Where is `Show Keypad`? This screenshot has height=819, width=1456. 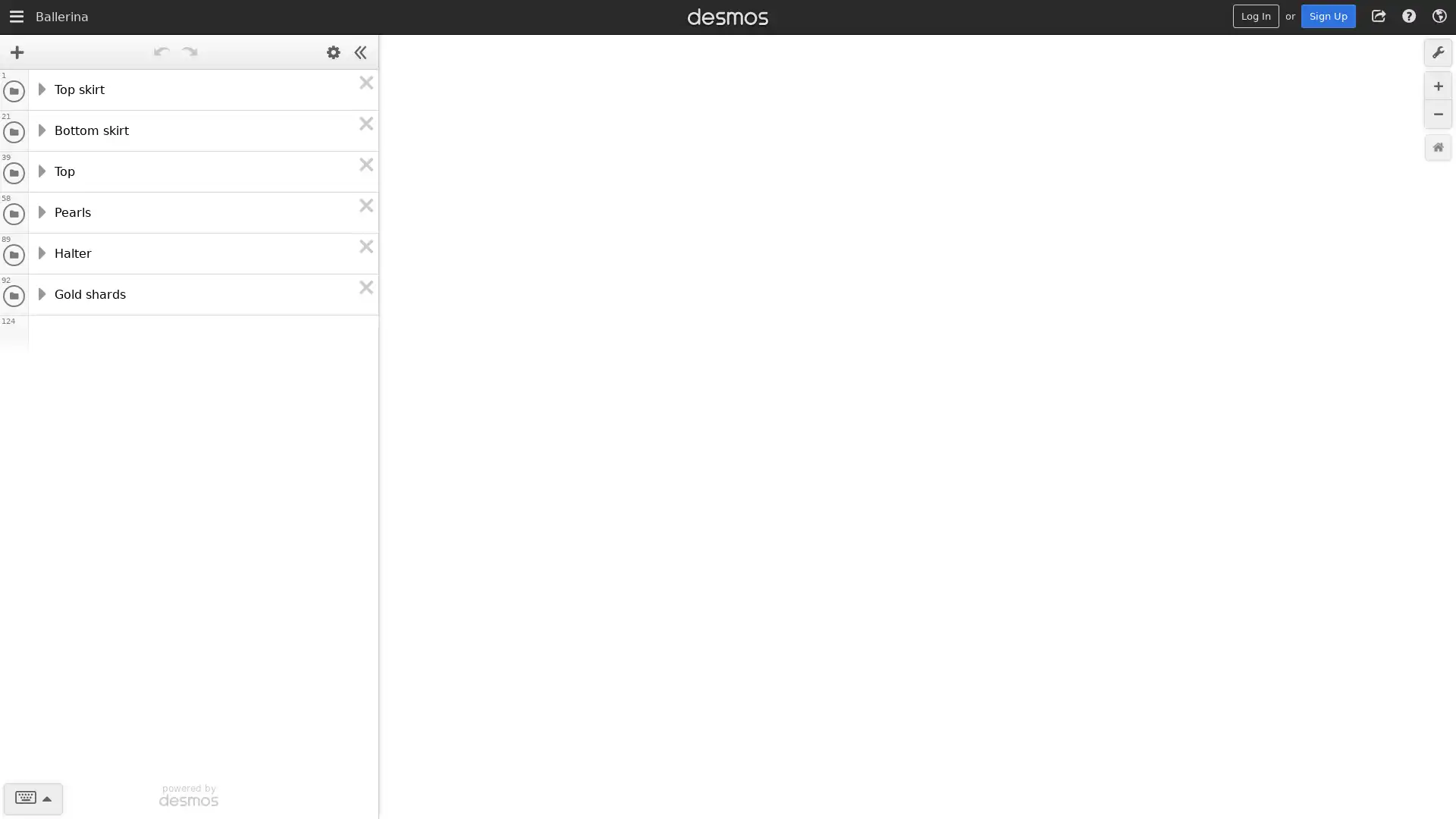 Show Keypad is located at coordinates (33, 798).